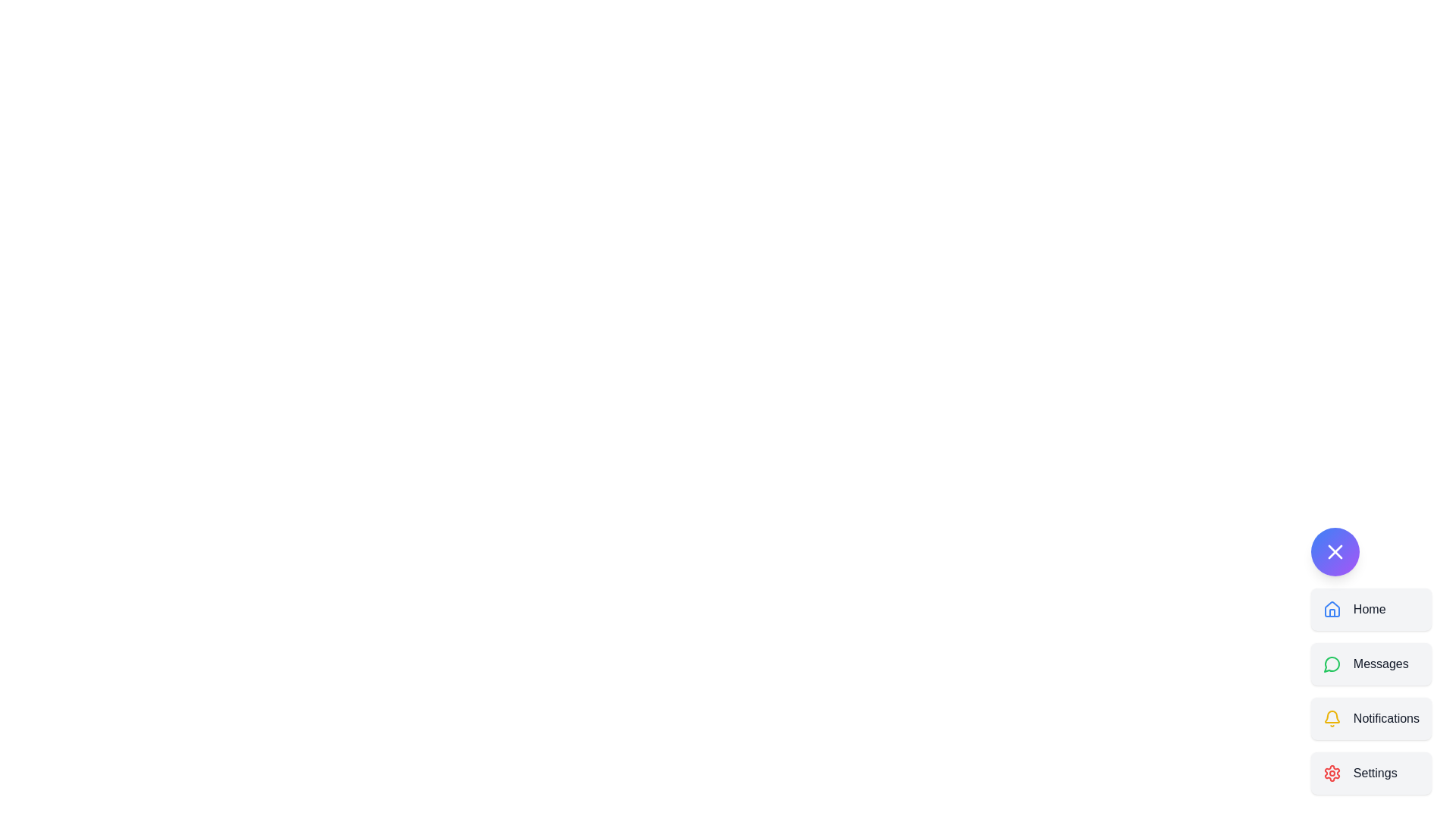 This screenshot has height=819, width=1456. What do you see at coordinates (1371, 773) in the screenshot?
I see `the settings button` at bounding box center [1371, 773].